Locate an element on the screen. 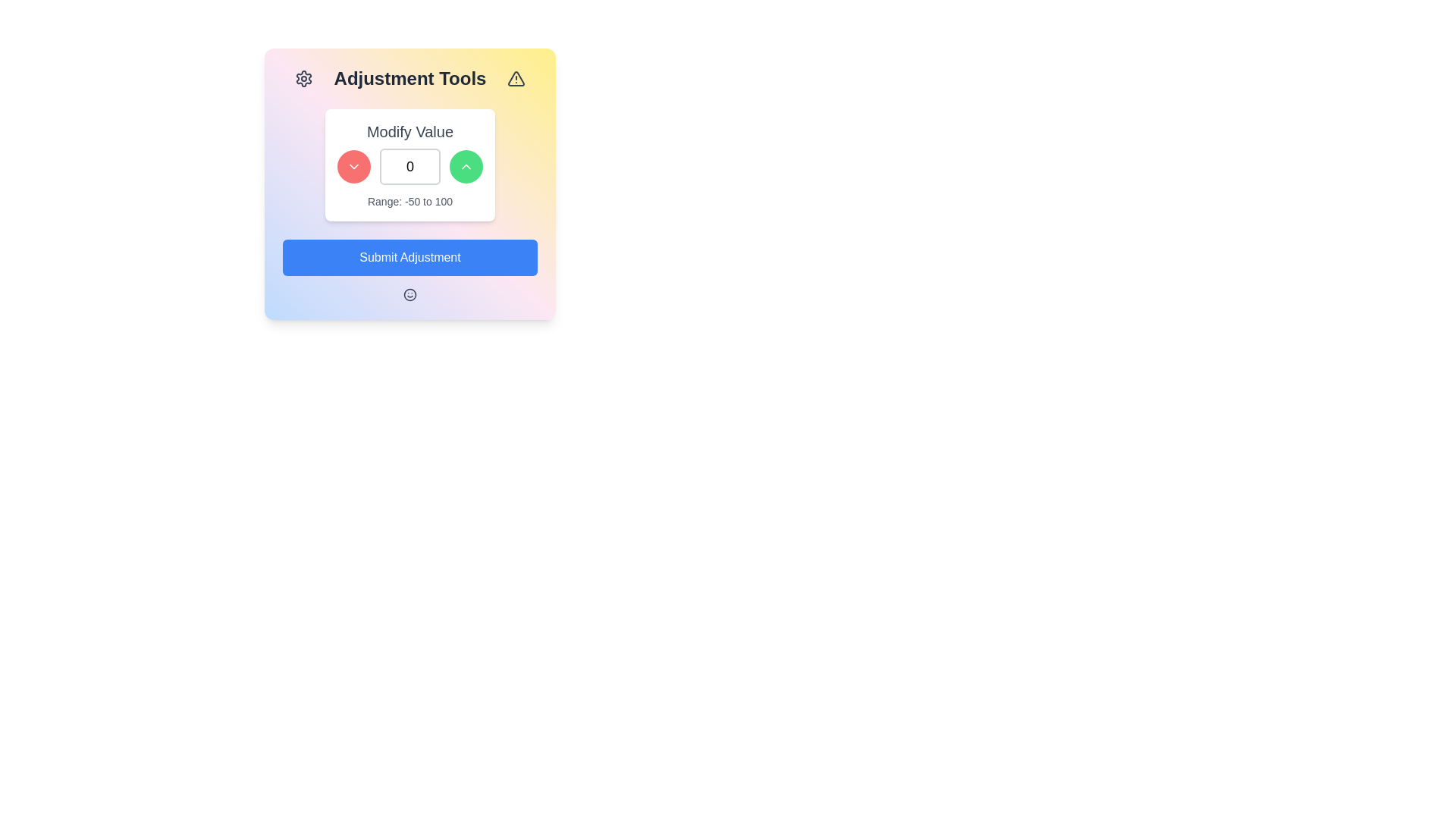 Image resolution: width=1456 pixels, height=819 pixels. the alert icon located at the top-right corner of the 'Adjustment Tools' section, which serves as a visual indicator for notifications is located at coordinates (516, 79).